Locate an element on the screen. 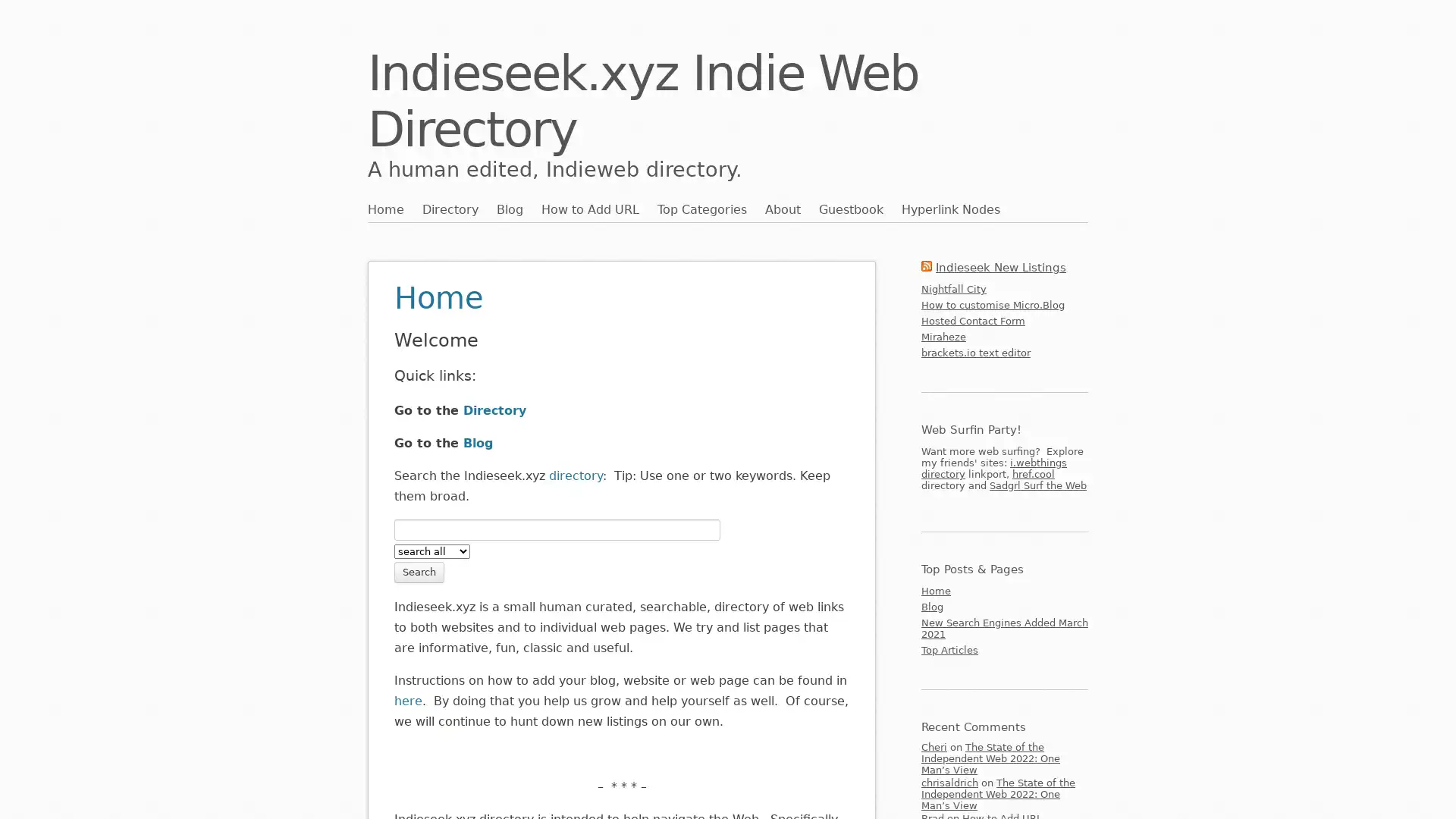 Image resolution: width=1456 pixels, height=819 pixels. Search is located at coordinates (419, 571).